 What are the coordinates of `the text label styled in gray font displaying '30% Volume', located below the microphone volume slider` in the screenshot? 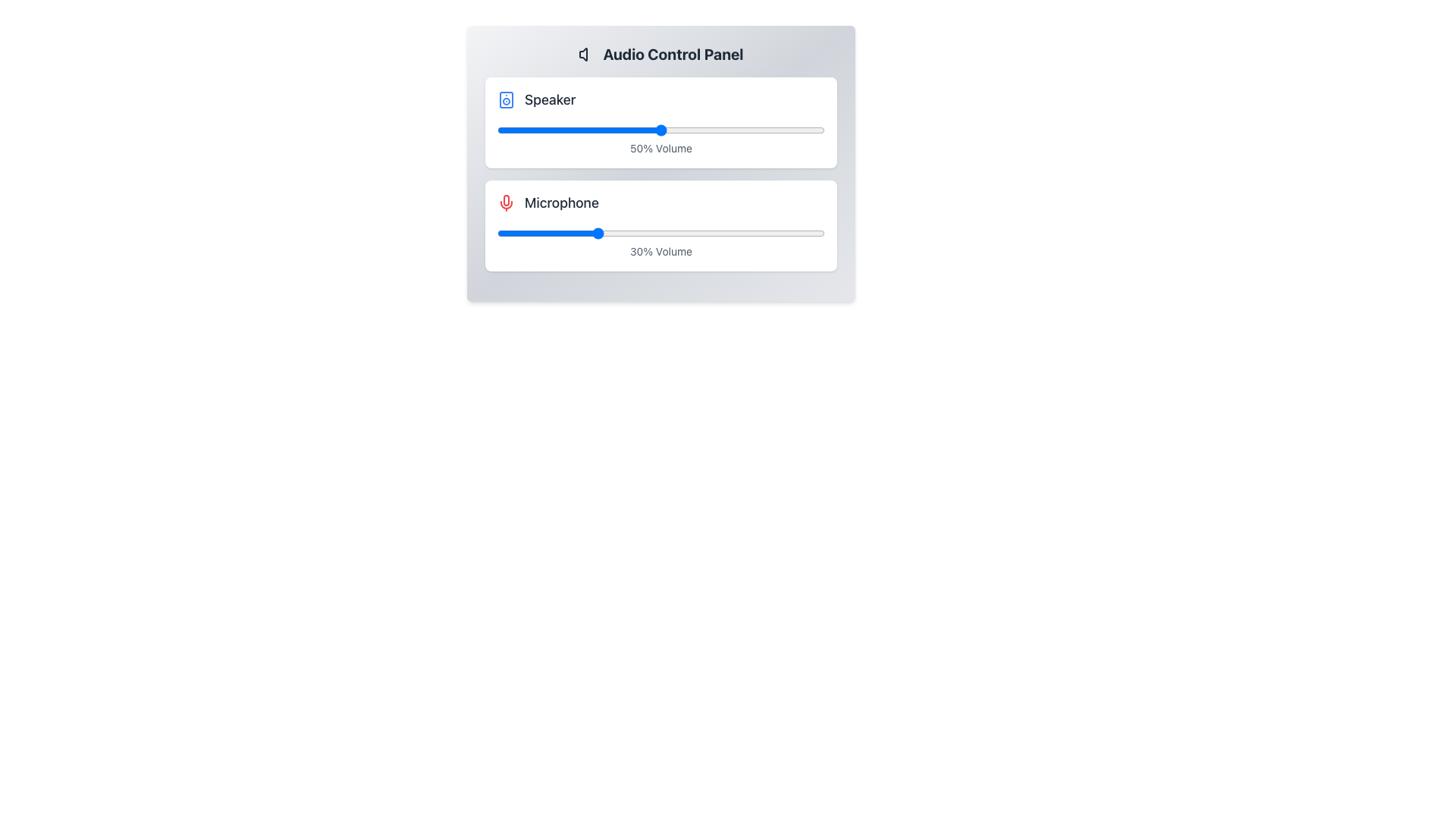 It's located at (661, 250).